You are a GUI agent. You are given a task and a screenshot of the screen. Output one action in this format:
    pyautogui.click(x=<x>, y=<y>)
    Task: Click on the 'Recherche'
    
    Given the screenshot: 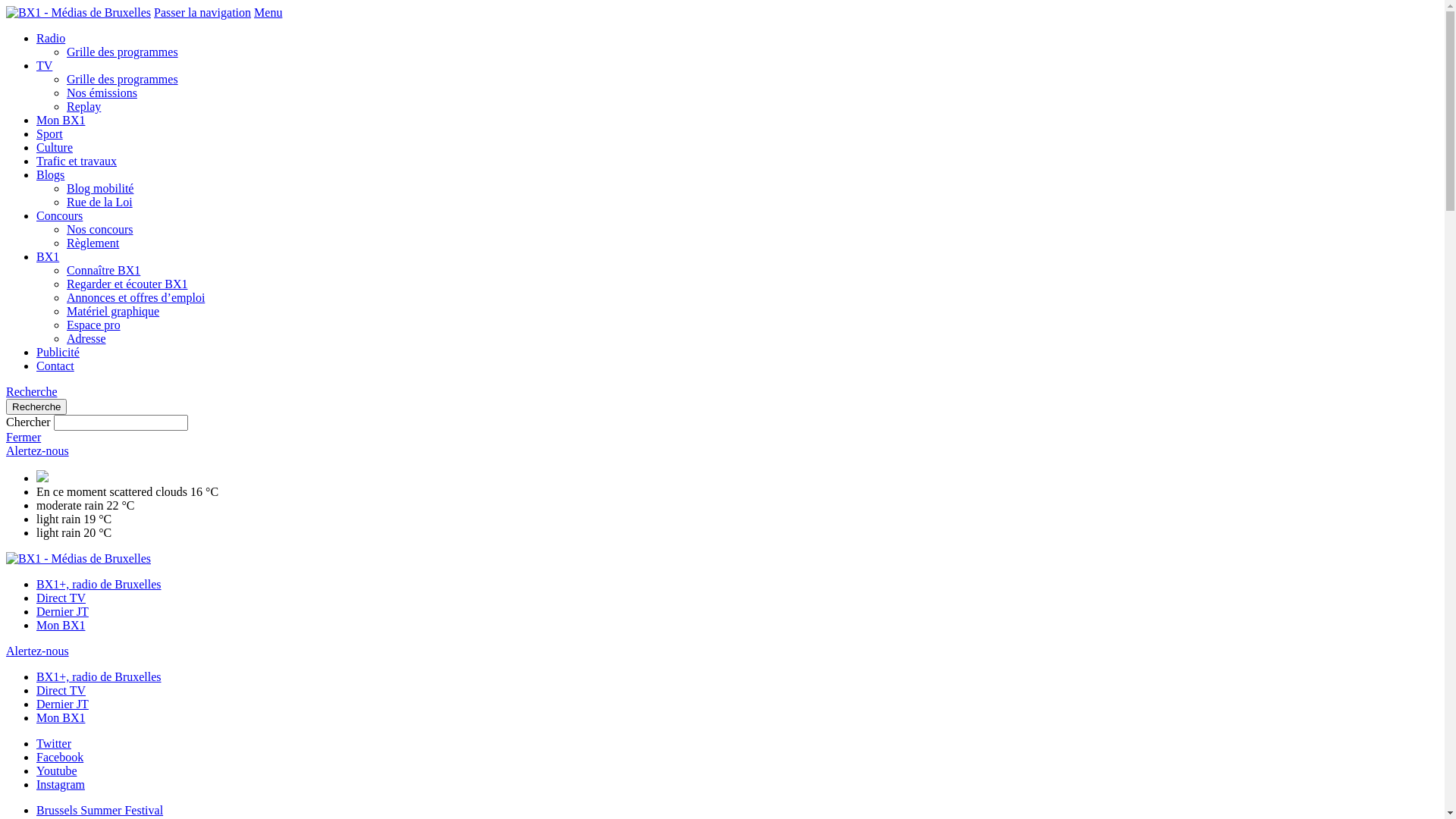 What is the action you would take?
    pyautogui.click(x=32, y=391)
    